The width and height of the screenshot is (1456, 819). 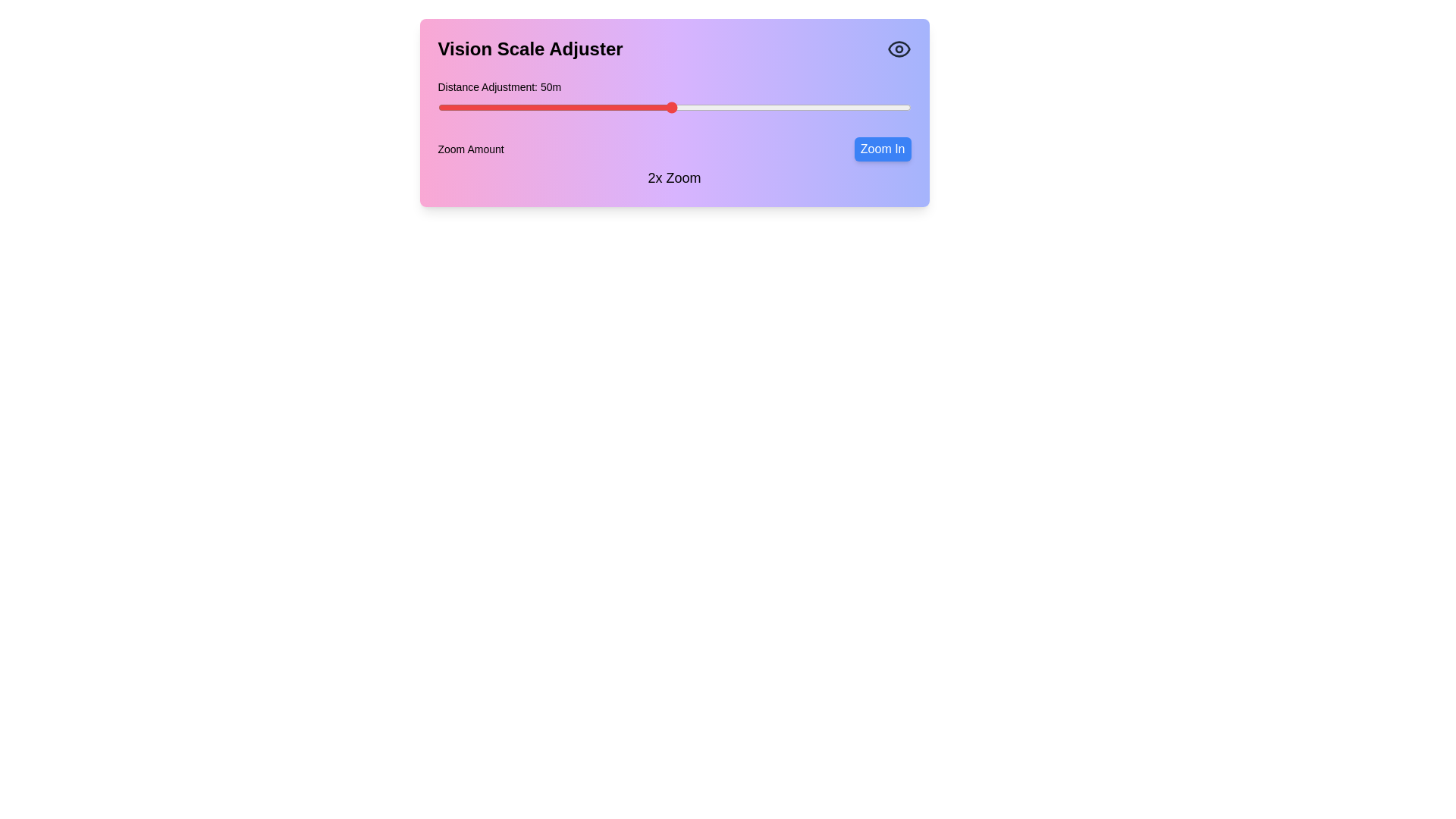 What do you see at coordinates (883, 149) in the screenshot?
I see `the zoom-in button located to the right of the label 'Zoom Amount' in the bottom-right corner of the card-like component` at bounding box center [883, 149].